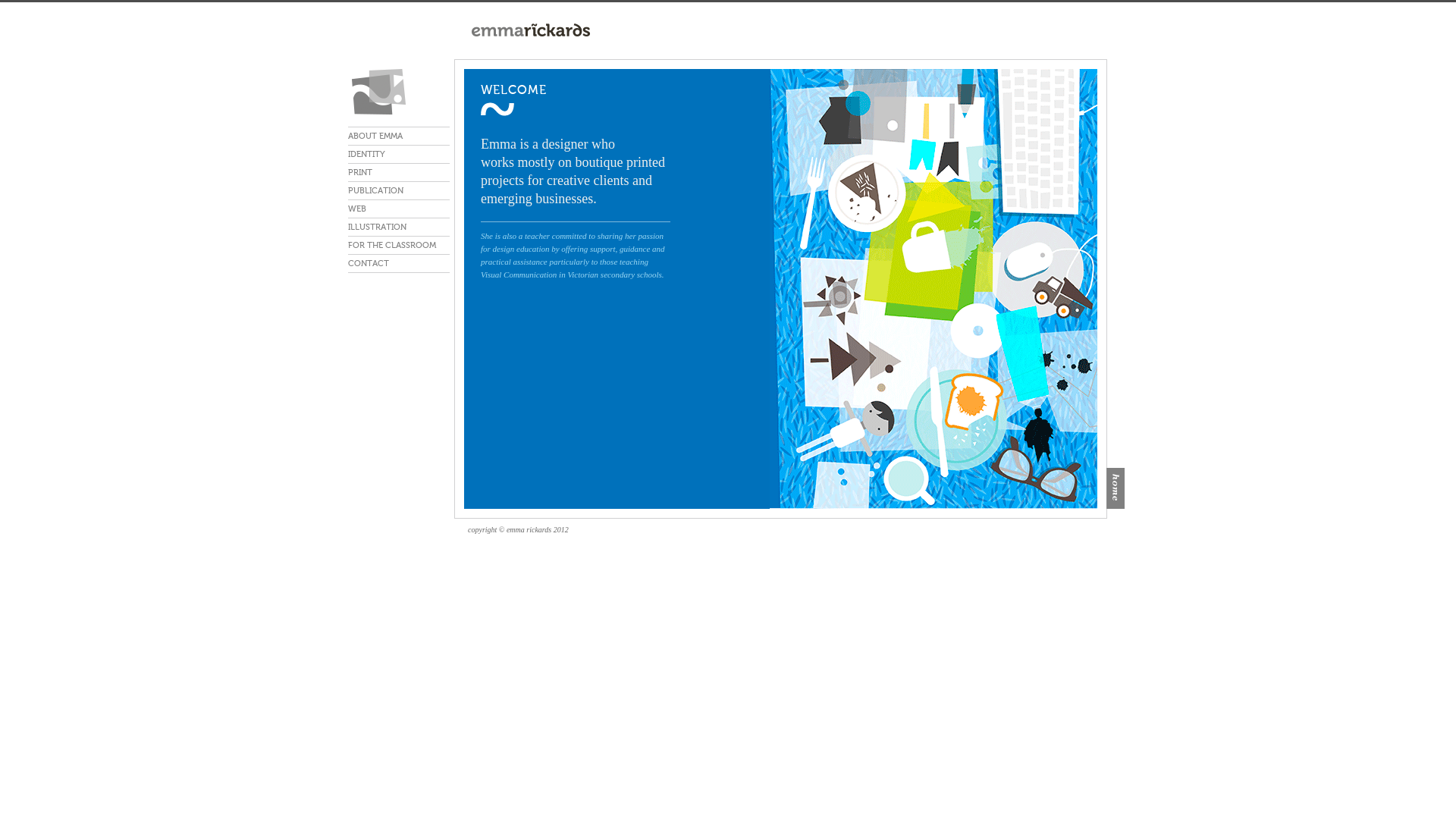 The height and width of the screenshot is (819, 1456). What do you see at coordinates (347, 209) in the screenshot?
I see `'WEB'` at bounding box center [347, 209].